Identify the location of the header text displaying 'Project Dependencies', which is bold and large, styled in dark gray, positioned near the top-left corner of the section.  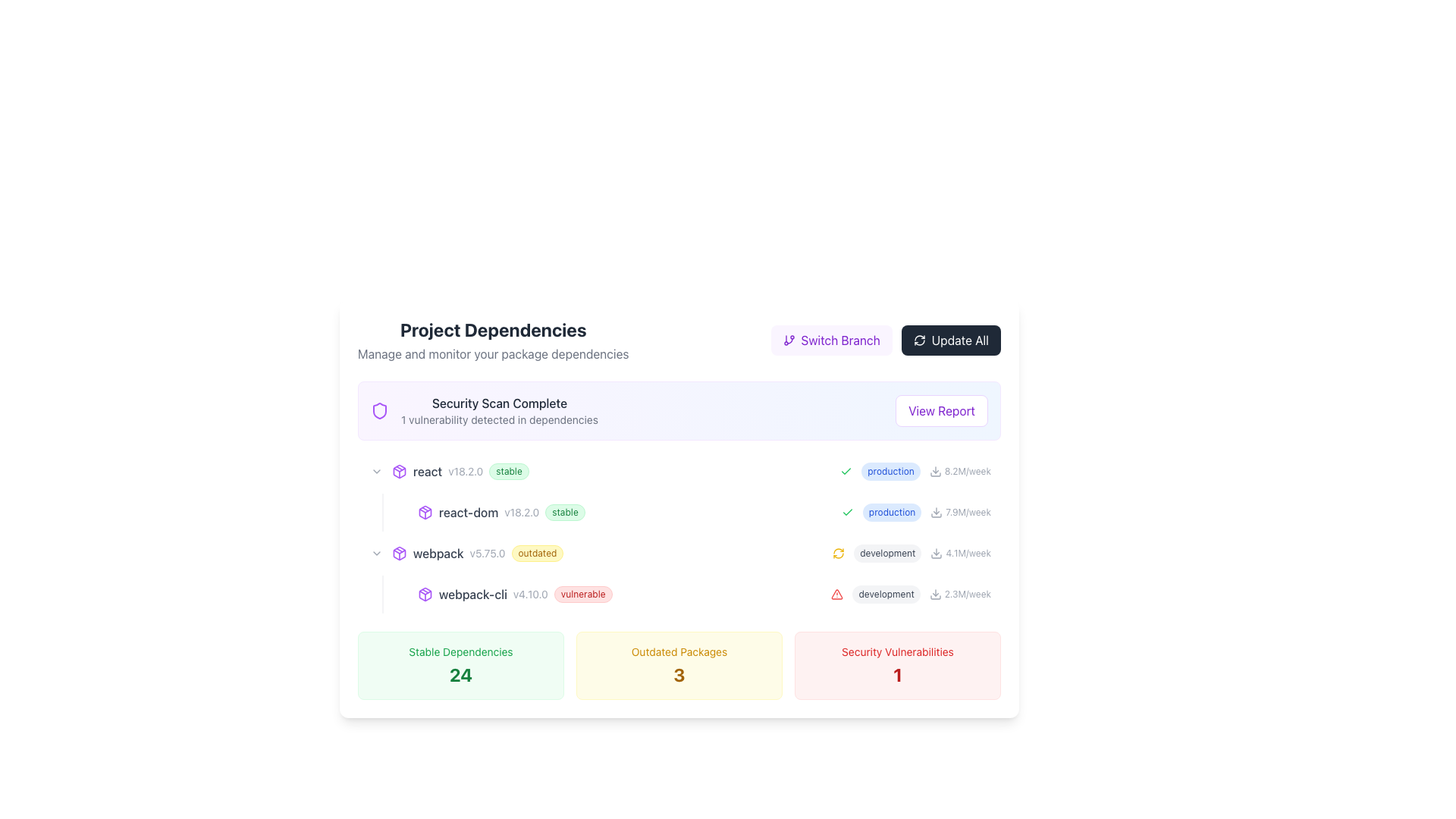
(493, 329).